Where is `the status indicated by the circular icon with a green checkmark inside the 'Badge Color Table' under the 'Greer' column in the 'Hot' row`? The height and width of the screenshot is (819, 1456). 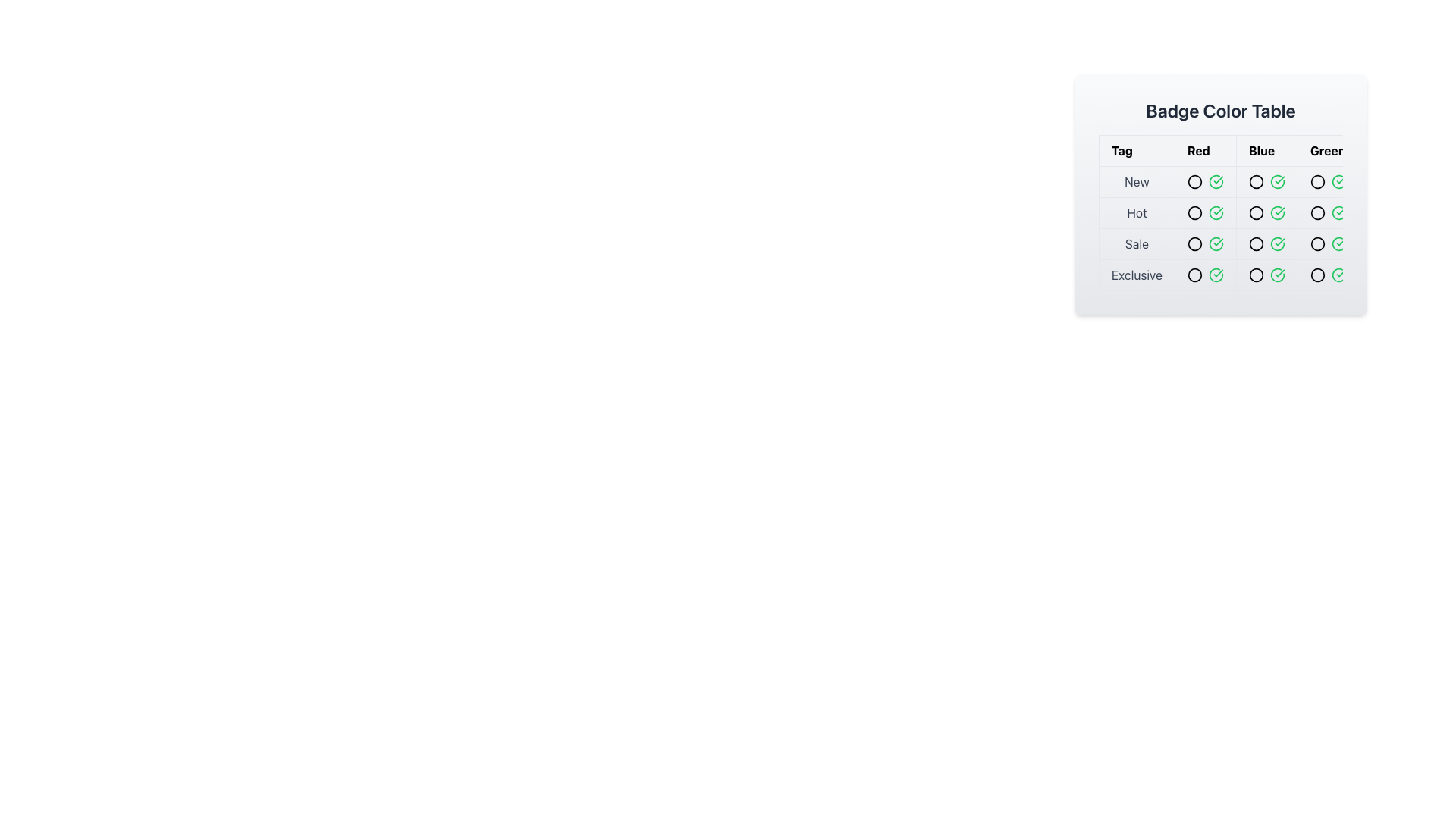
the status indicated by the circular icon with a green checkmark inside the 'Badge Color Table' under the 'Greer' column in the 'Hot' row is located at coordinates (1338, 213).